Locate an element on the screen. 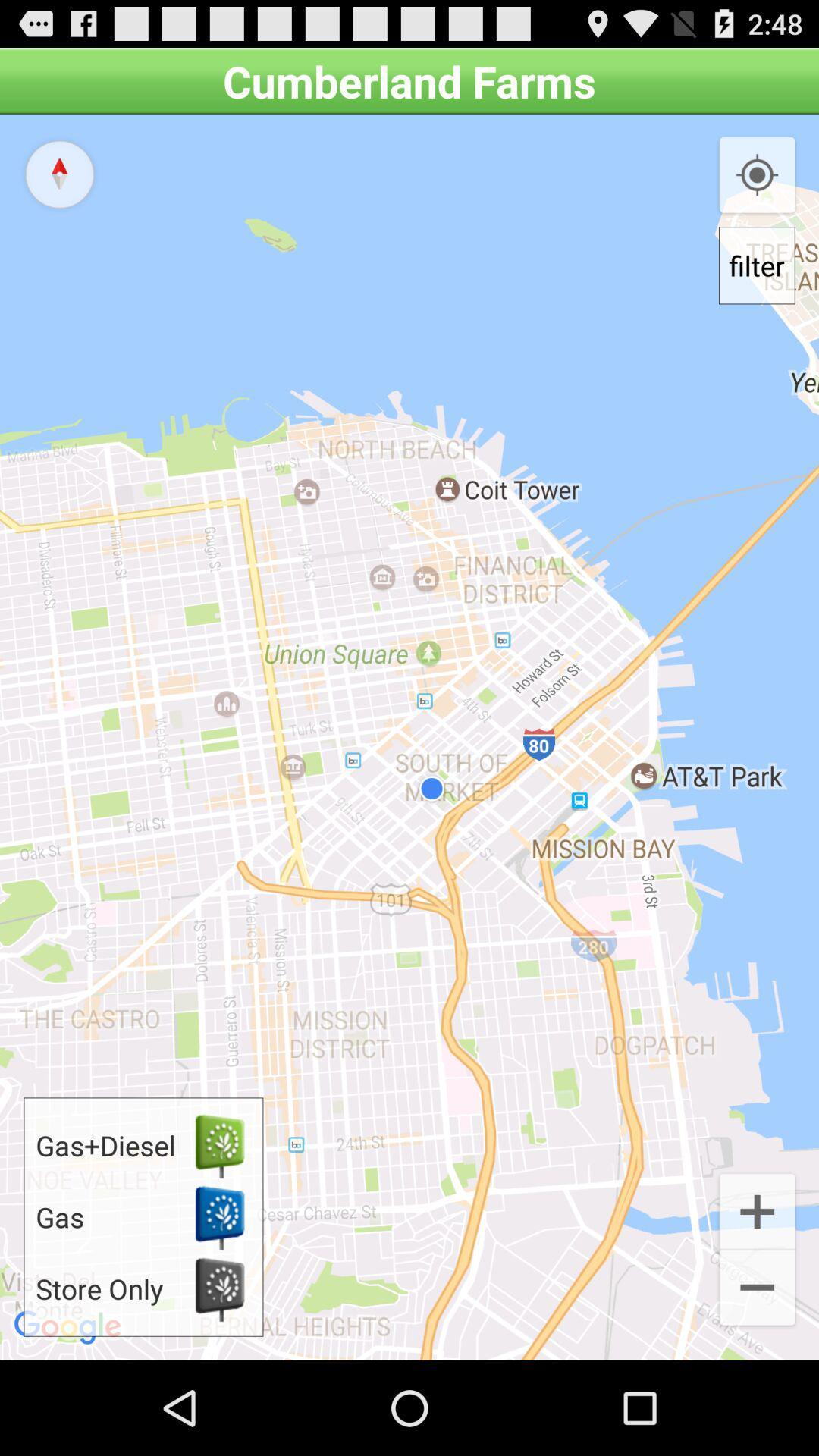  the navigation button on the web page is located at coordinates (58, 174).